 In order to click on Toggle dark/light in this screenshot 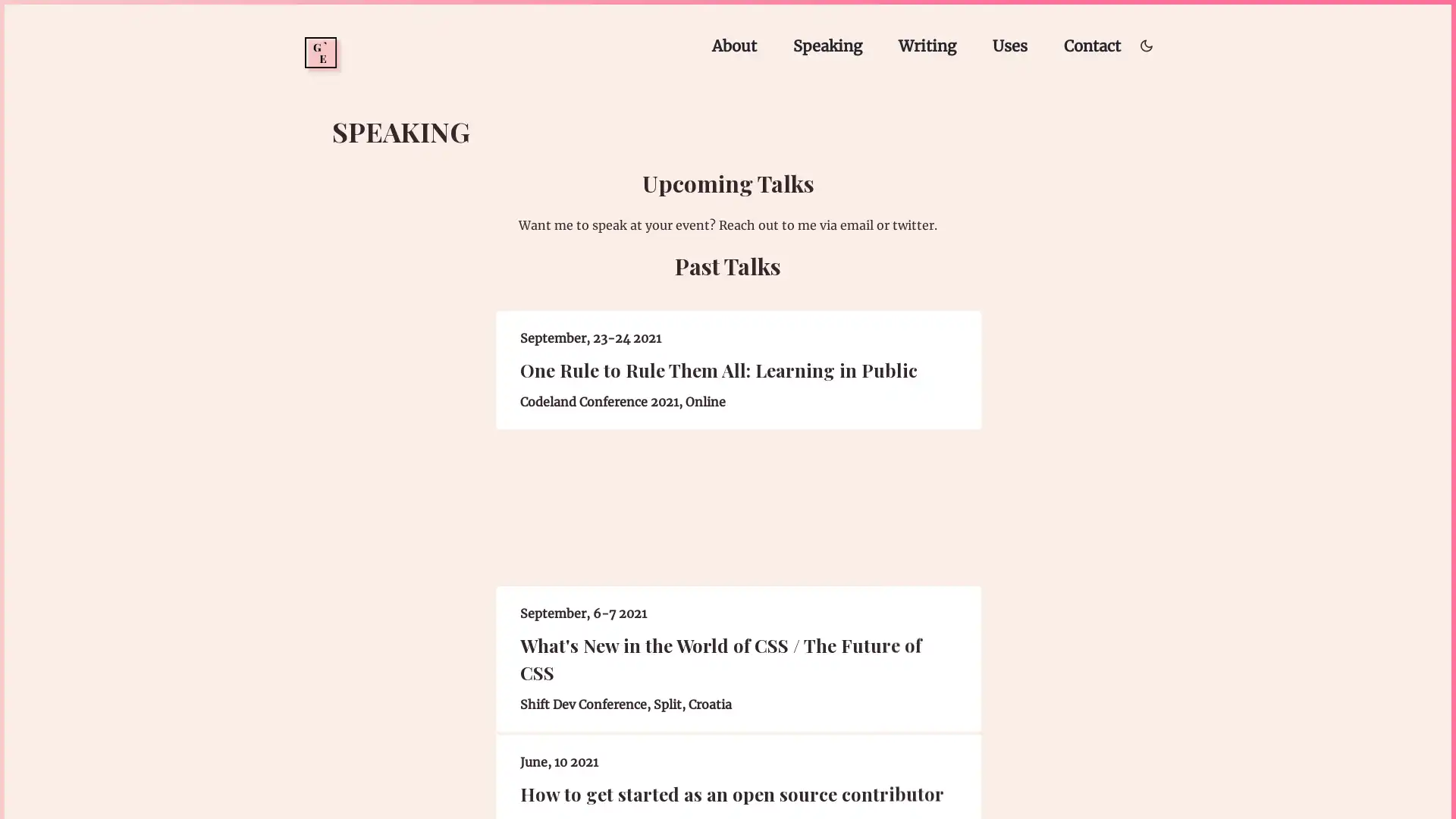, I will do `click(1147, 42)`.